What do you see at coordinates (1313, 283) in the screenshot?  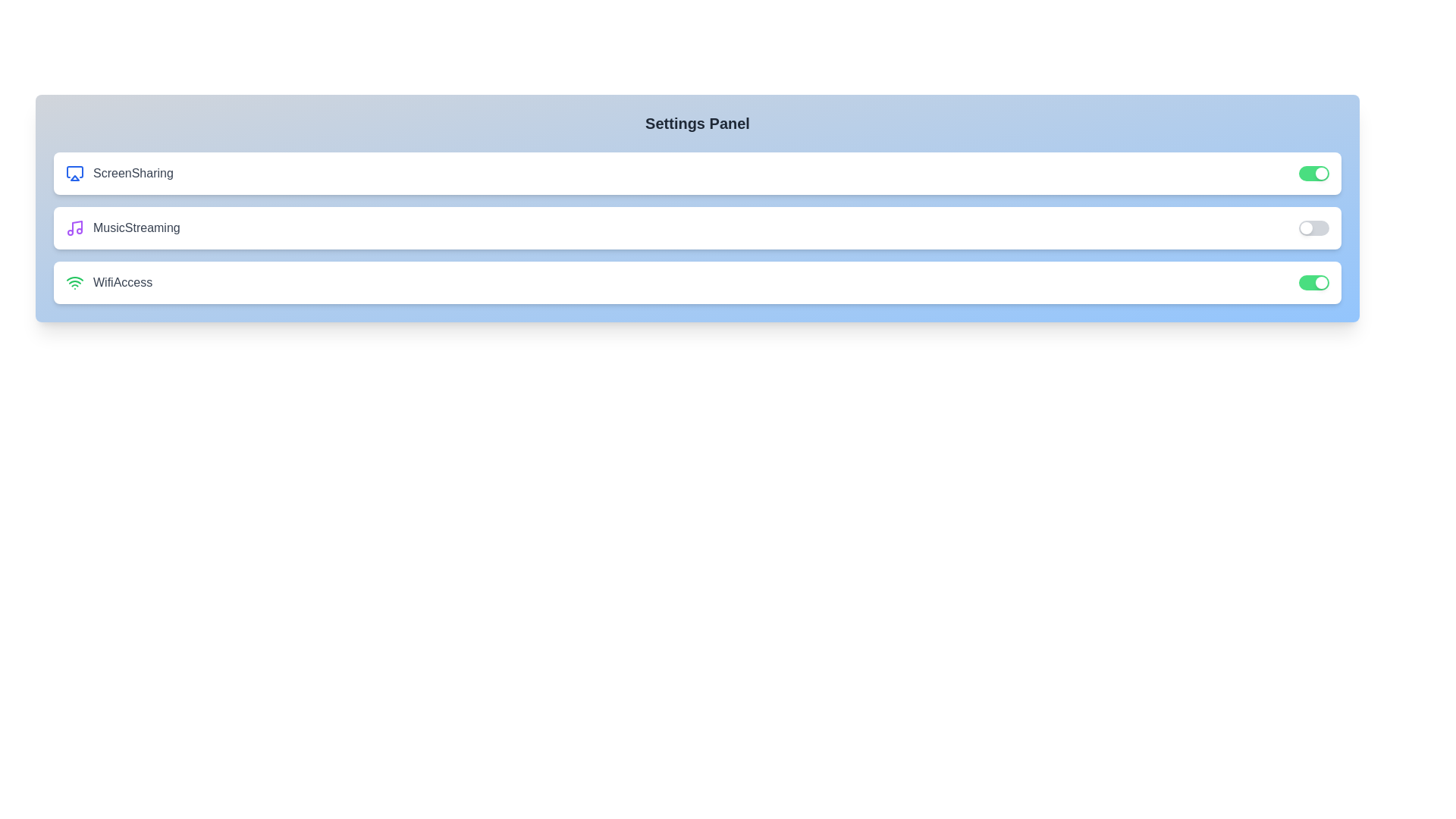 I see `the toggle button for 'WifiAccess' to change its state` at bounding box center [1313, 283].